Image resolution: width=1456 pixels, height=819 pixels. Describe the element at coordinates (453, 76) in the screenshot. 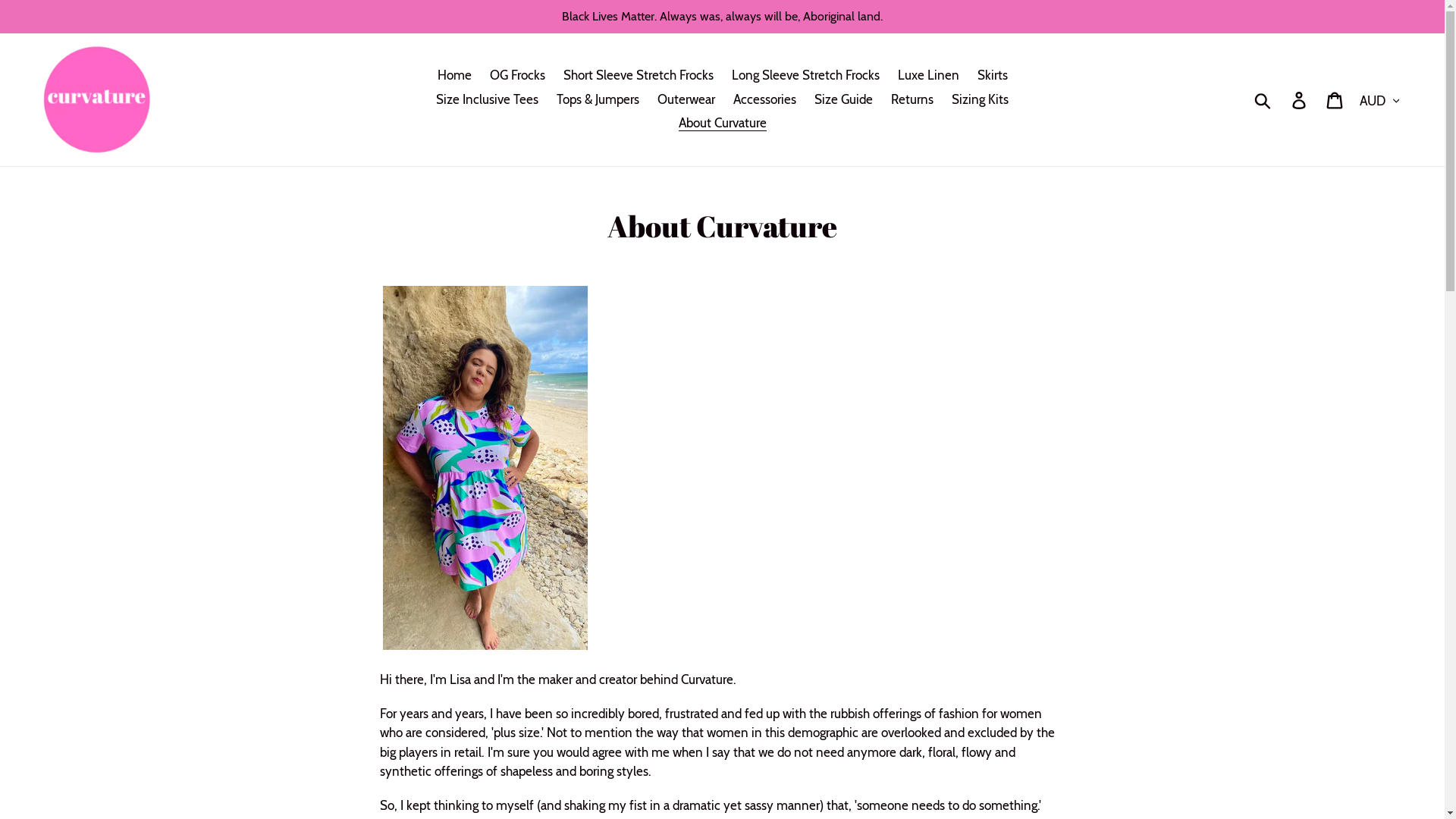

I see `'Home'` at that location.